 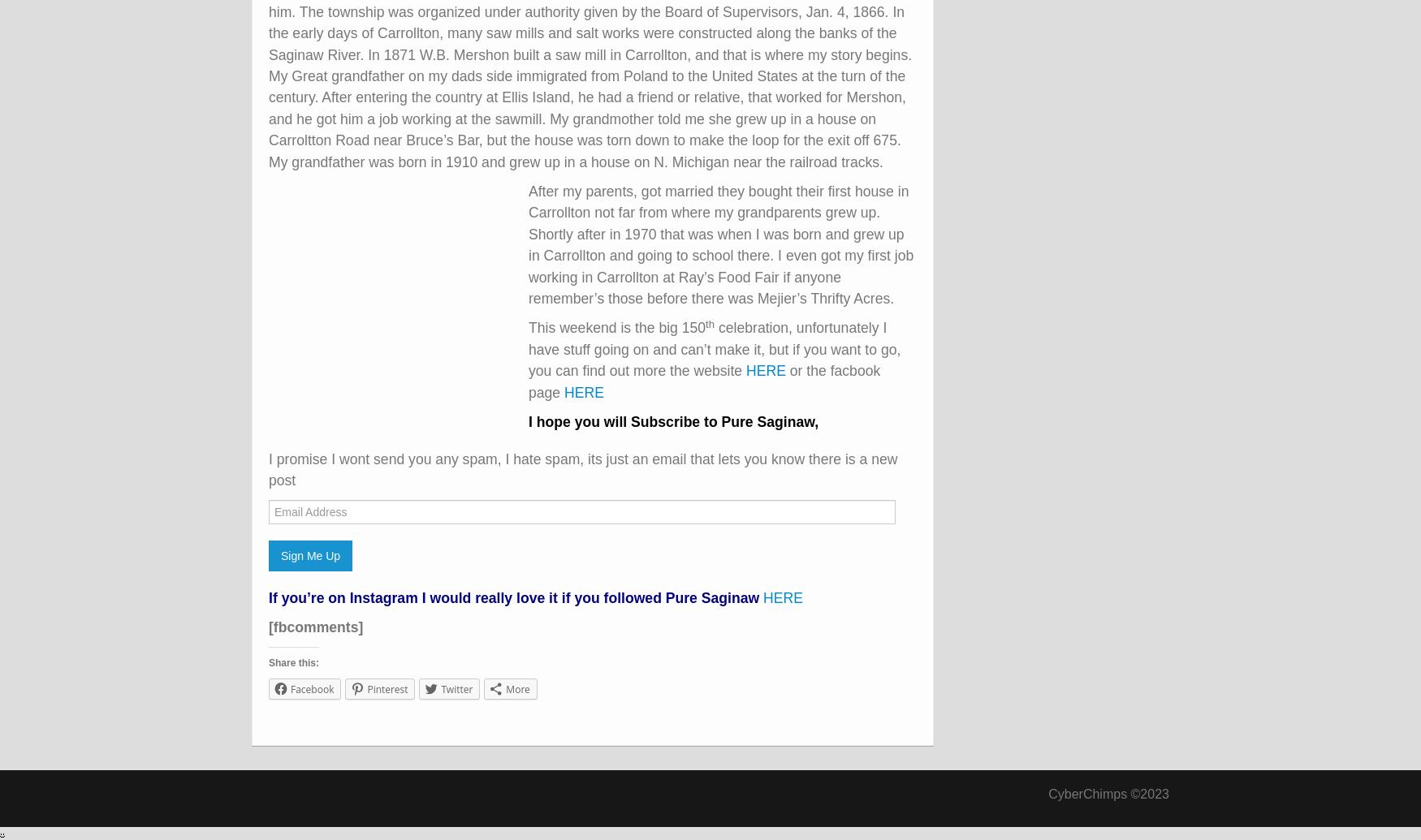 What do you see at coordinates (512, 596) in the screenshot?
I see `'If you’re on Instagram I would really love it if you followed Pure Saginaw'` at bounding box center [512, 596].